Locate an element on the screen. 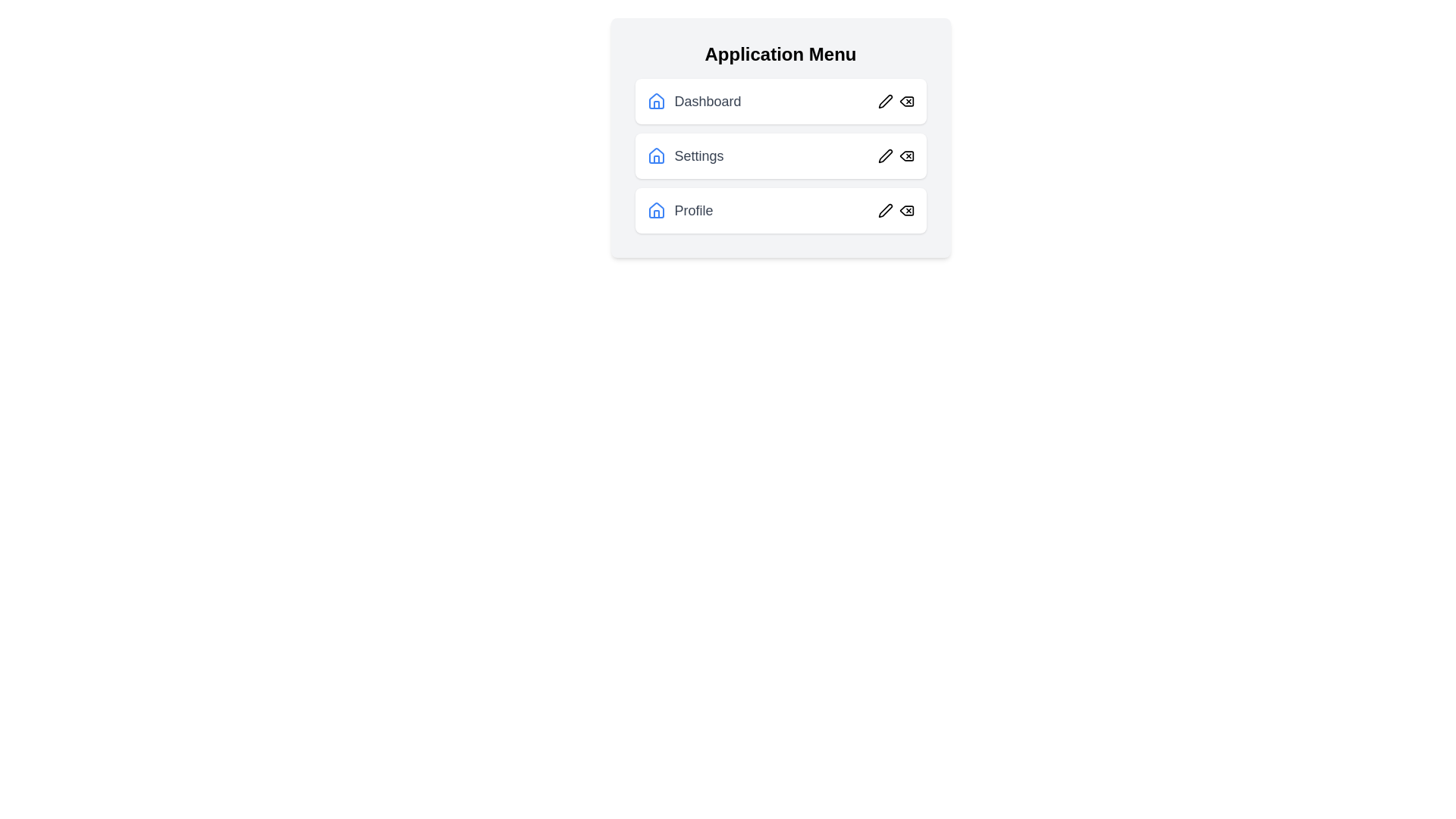 Image resolution: width=1456 pixels, height=819 pixels. the 'Dashboard' icon located to the left of the text label in the menu is located at coordinates (656, 102).